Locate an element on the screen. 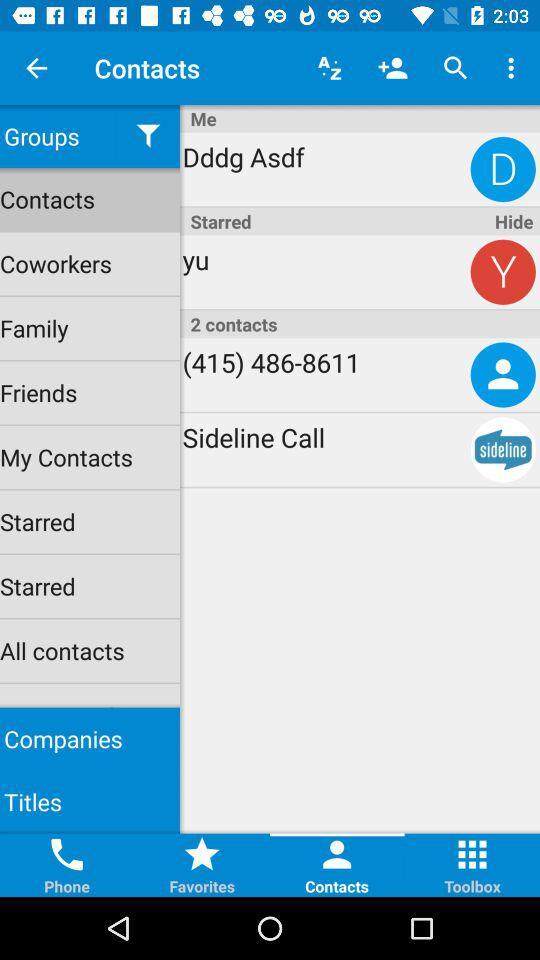  the filter icon is located at coordinates (147, 135).